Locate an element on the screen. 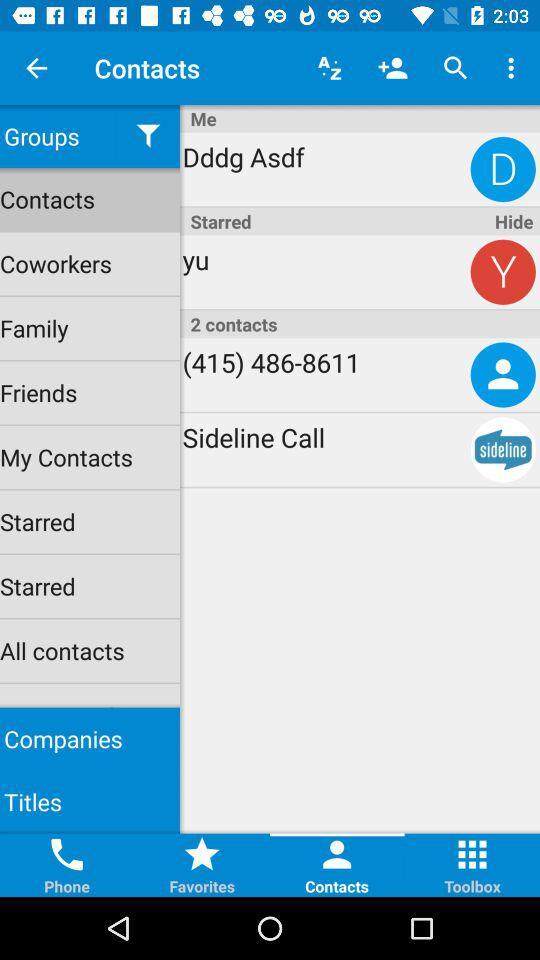  the filter icon is located at coordinates (147, 135).